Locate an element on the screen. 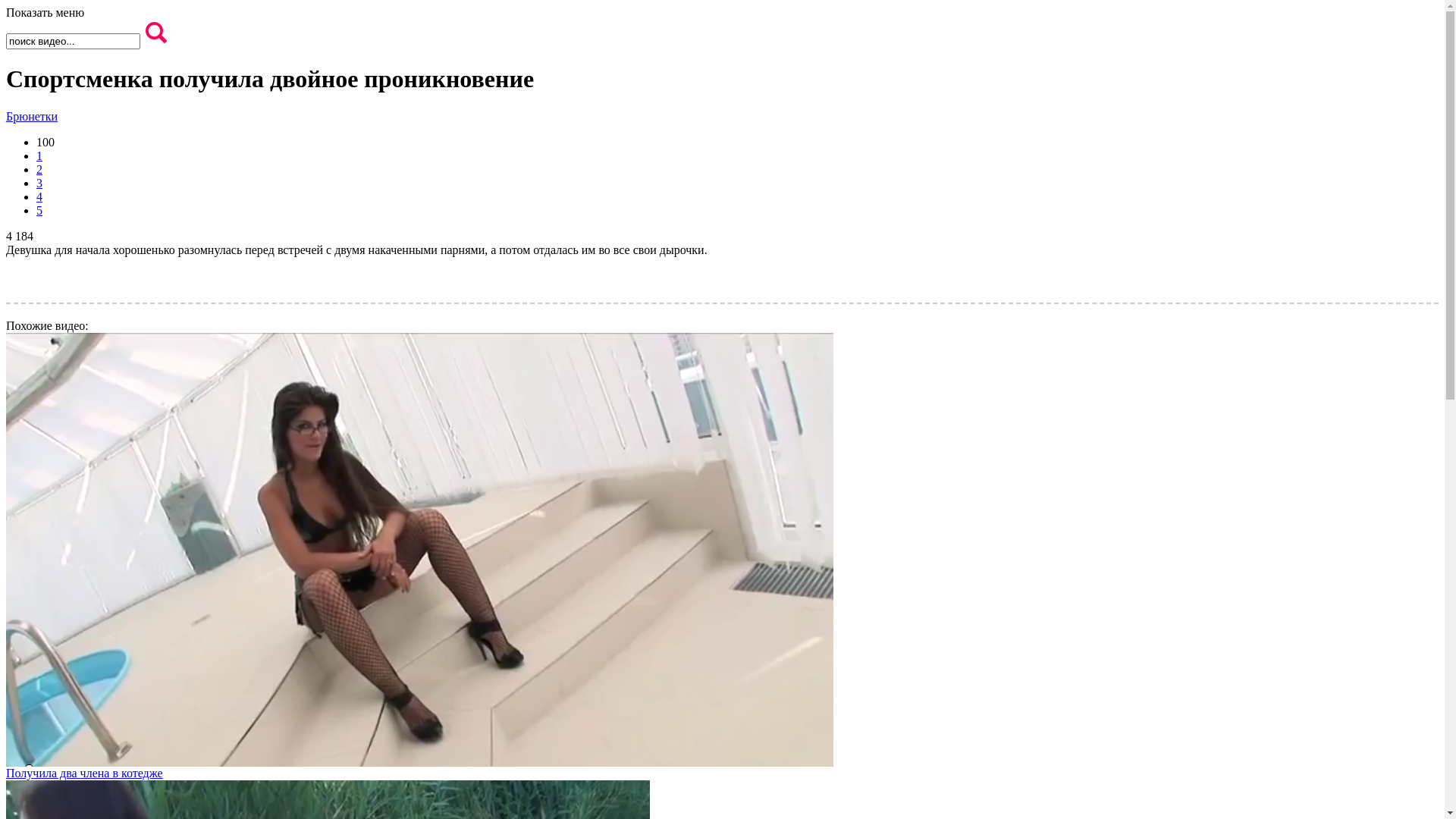 Image resolution: width=1456 pixels, height=819 pixels. '1' is located at coordinates (39, 155).